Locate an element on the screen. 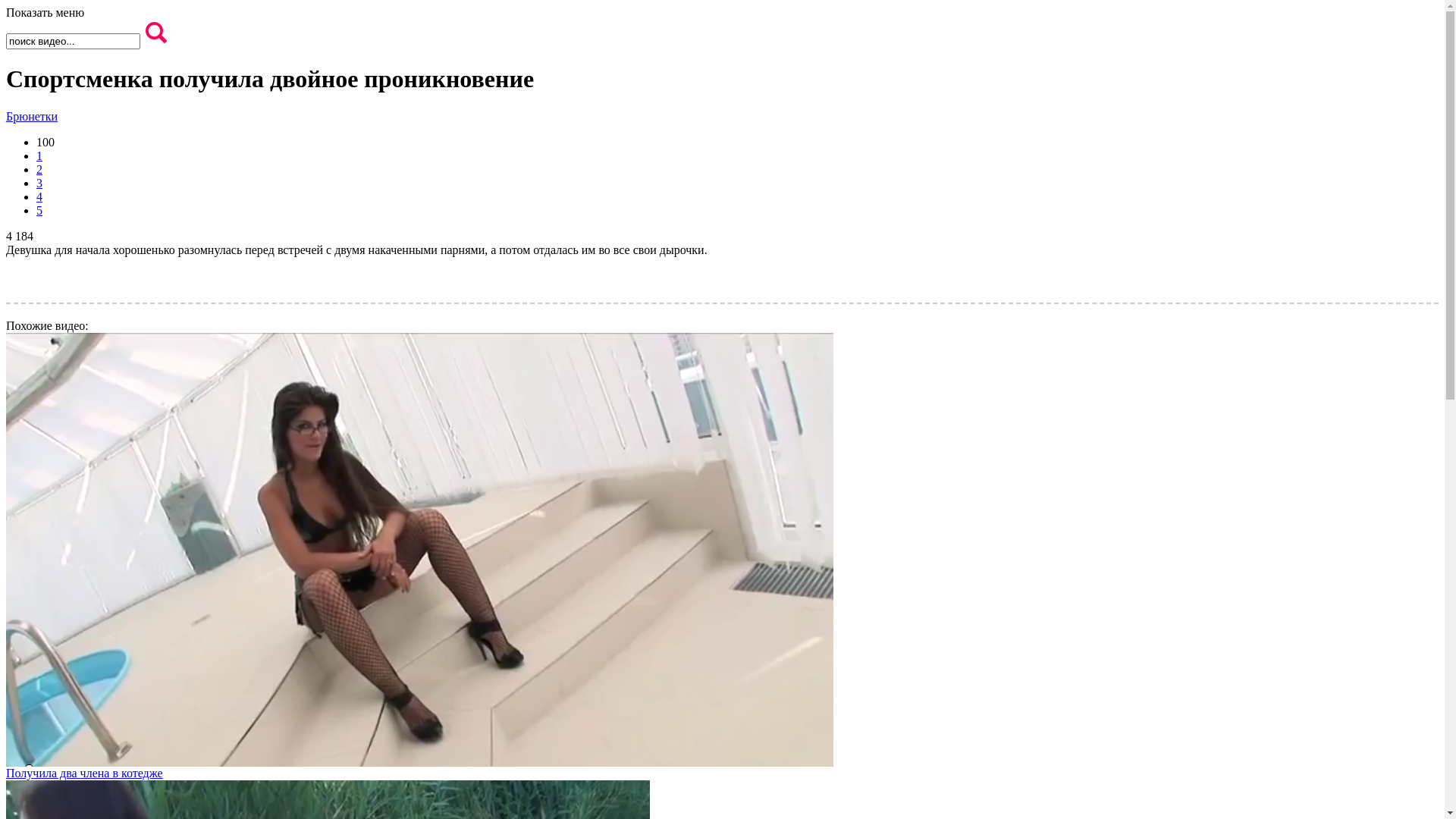 Image resolution: width=1456 pixels, height=819 pixels. '1' is located at coordinates (39, 155).